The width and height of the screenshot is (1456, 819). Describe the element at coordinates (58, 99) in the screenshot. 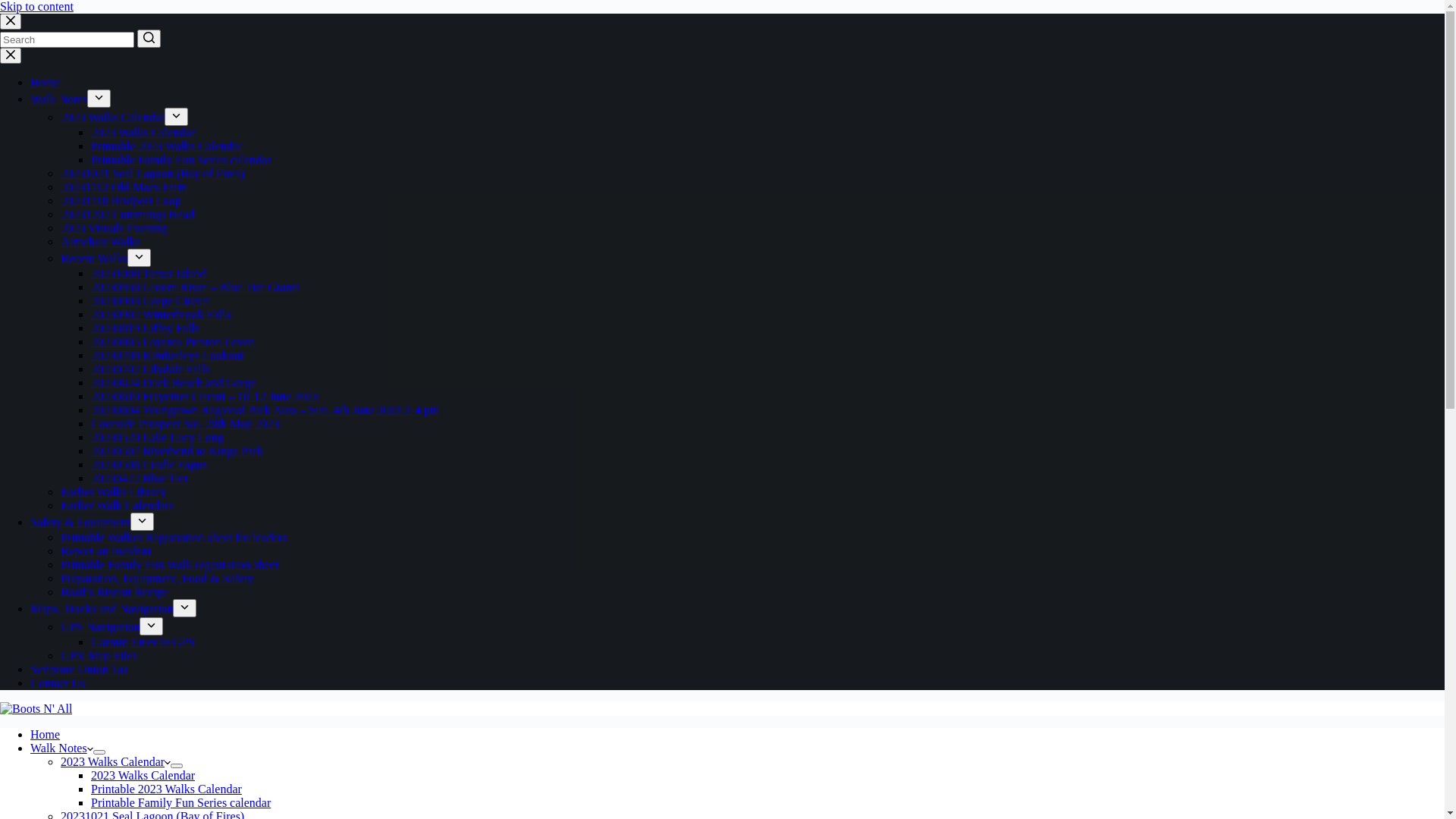

I see `'Walk Notes'` at that location.